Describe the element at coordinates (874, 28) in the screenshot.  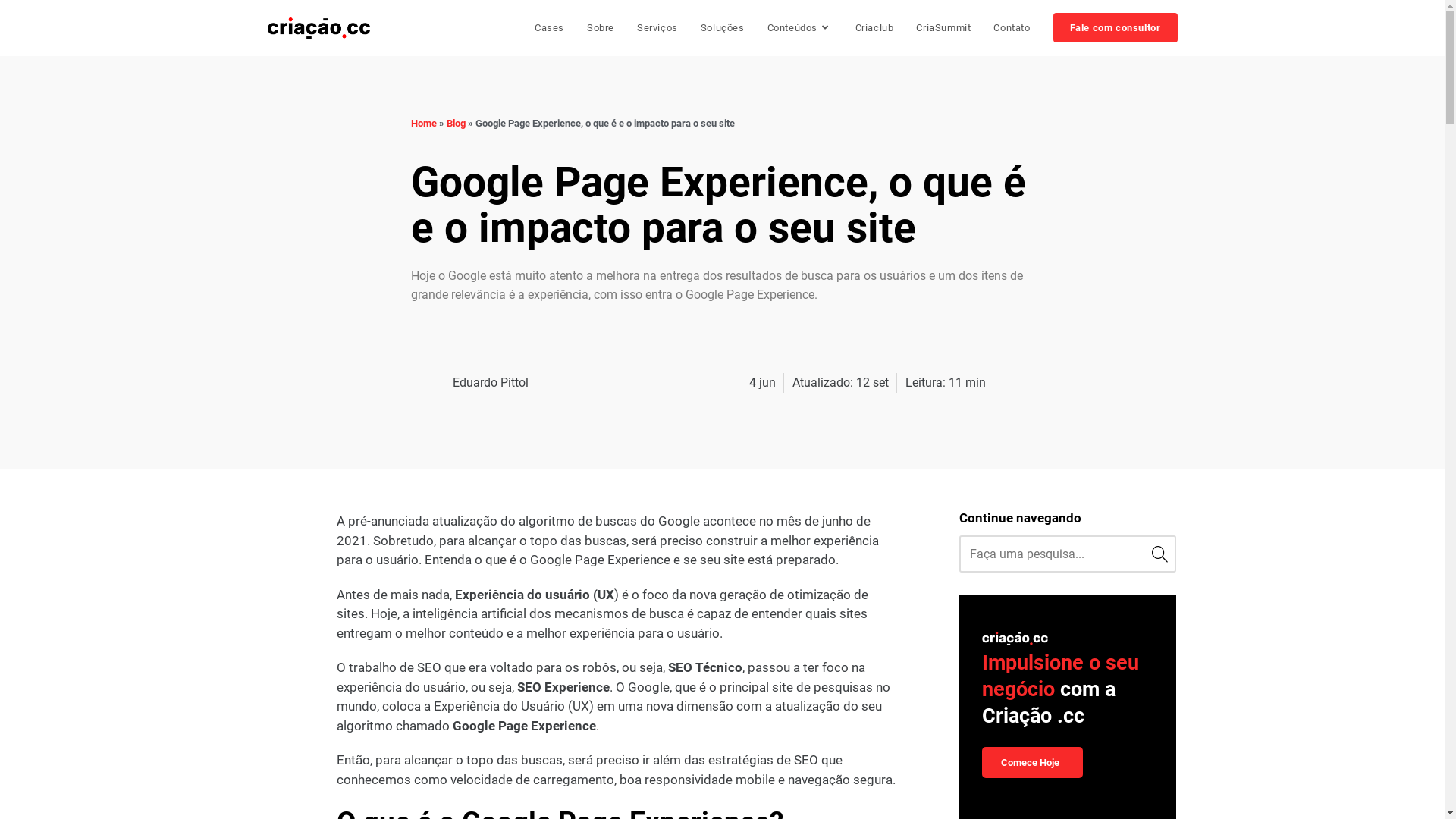
I see `'Criaclub'` at that location.